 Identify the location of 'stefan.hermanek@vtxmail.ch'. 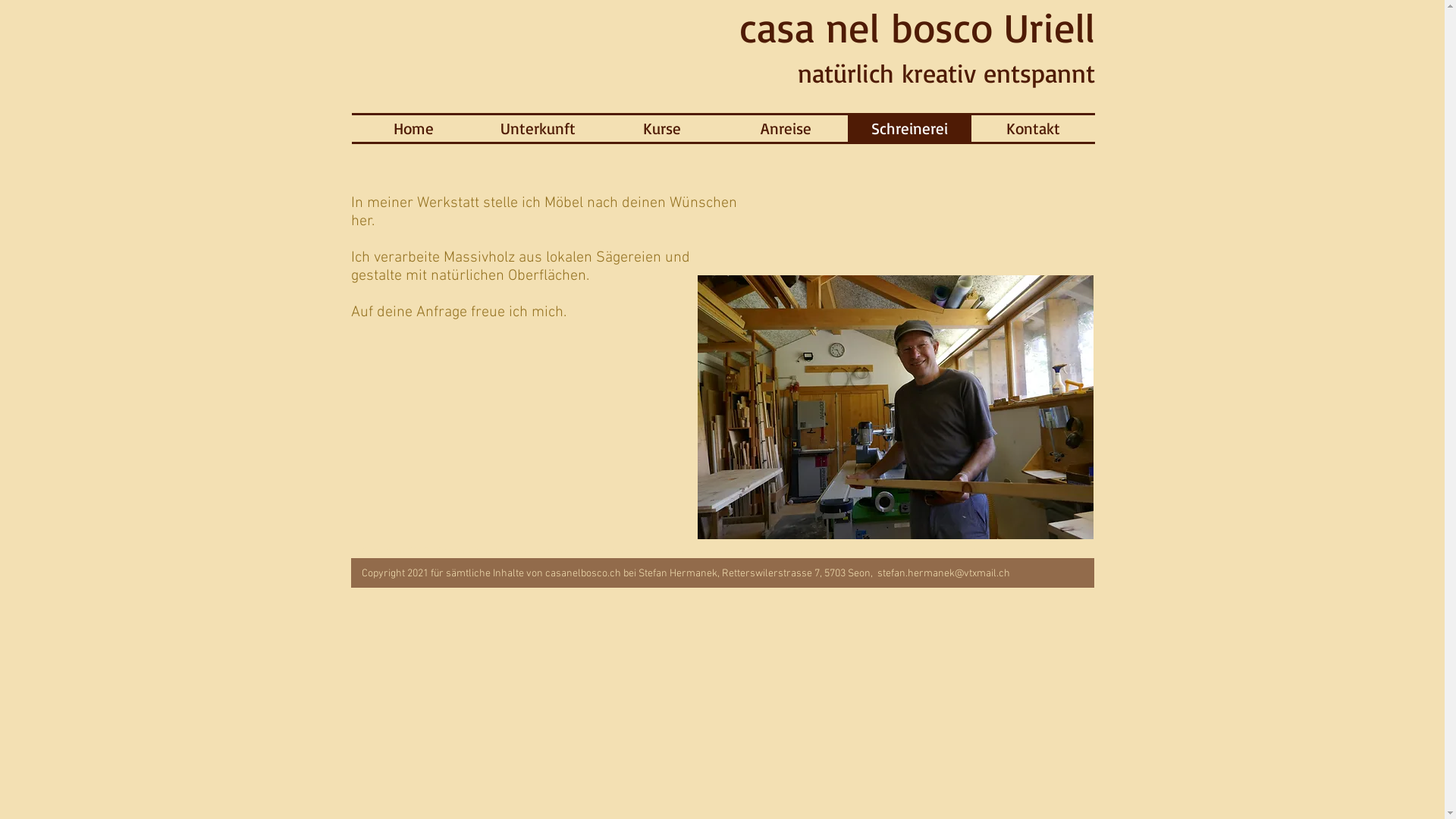
(942, 573).